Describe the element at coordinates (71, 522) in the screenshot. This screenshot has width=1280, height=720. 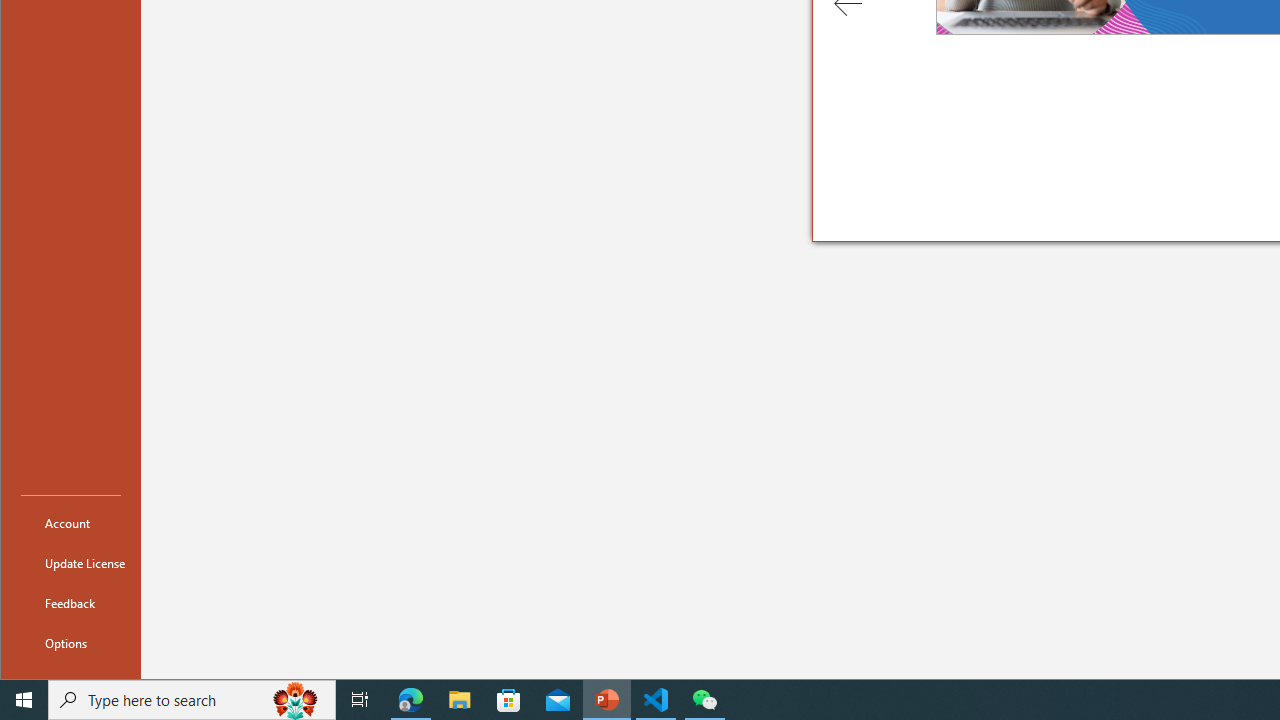
I see `'Account'` at that location.